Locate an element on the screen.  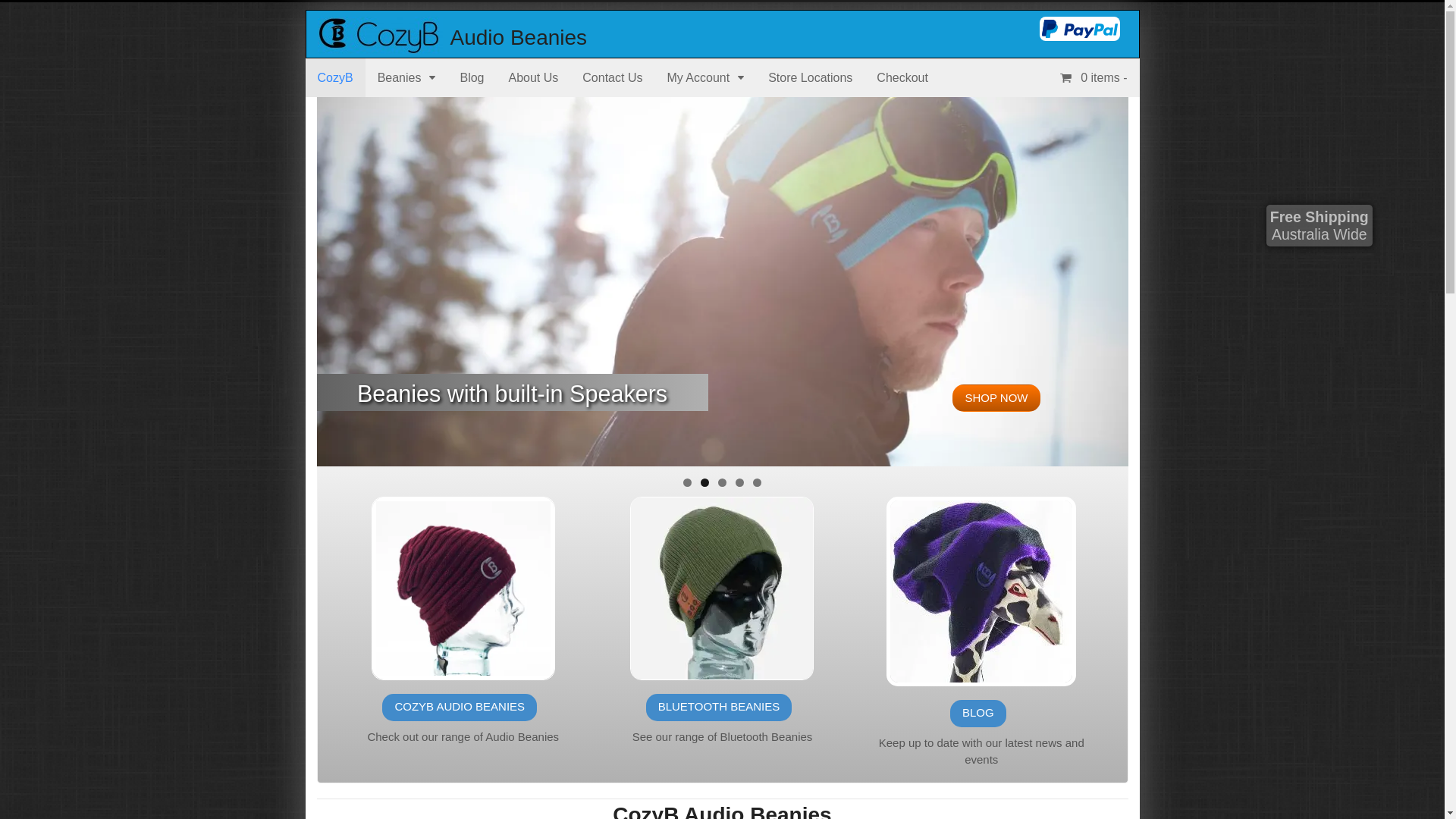
'4' is located at coordinates (739, 482).